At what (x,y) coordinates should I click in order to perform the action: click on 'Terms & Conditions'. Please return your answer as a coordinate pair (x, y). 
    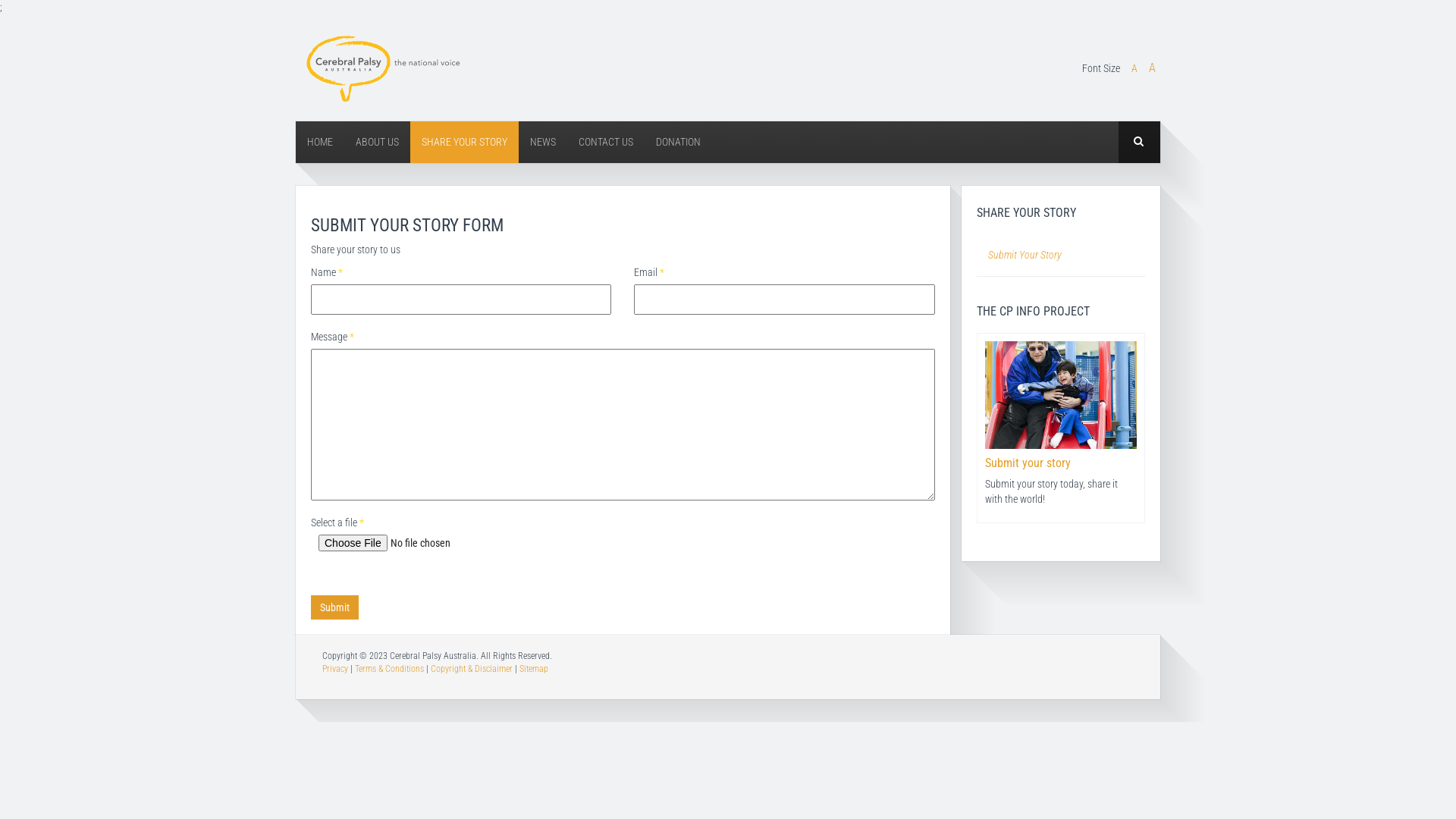
    Looking at the image, I should click on (389, 668).